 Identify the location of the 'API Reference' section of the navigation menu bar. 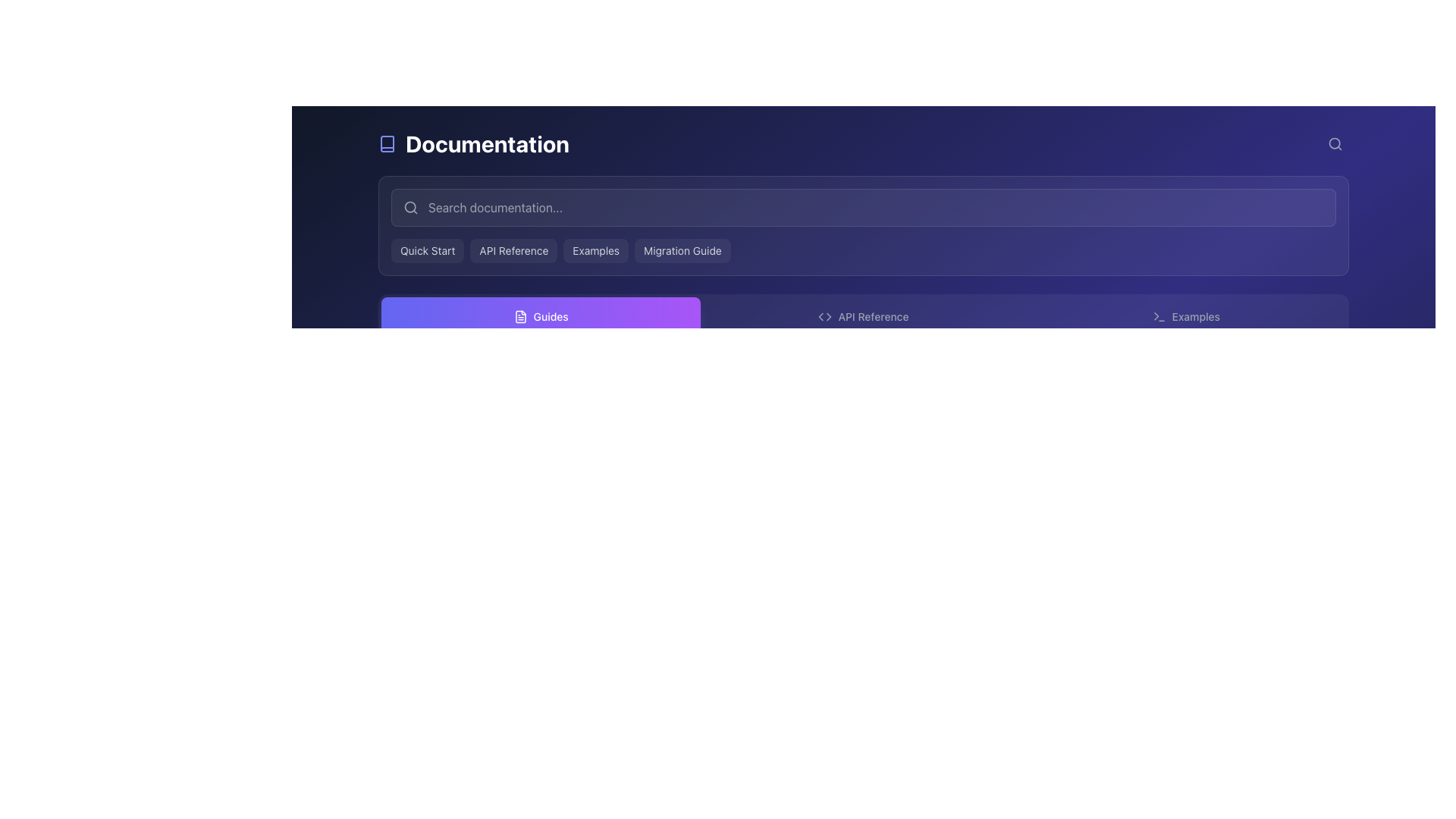
(863, 315).